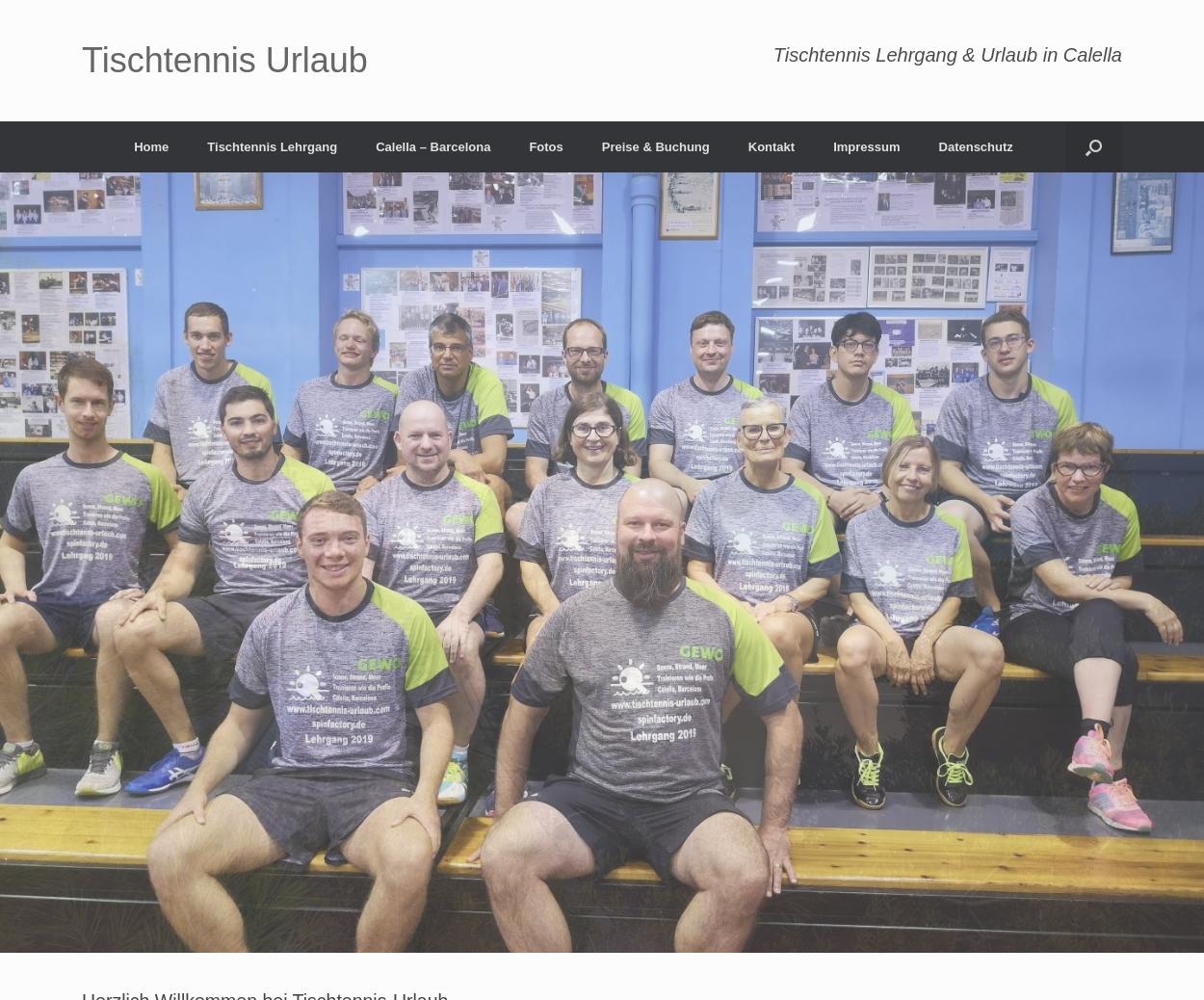 This screenshot has width=1204, height=1000. I want to click on 'Calella – Barcelona', so click(432, 145).